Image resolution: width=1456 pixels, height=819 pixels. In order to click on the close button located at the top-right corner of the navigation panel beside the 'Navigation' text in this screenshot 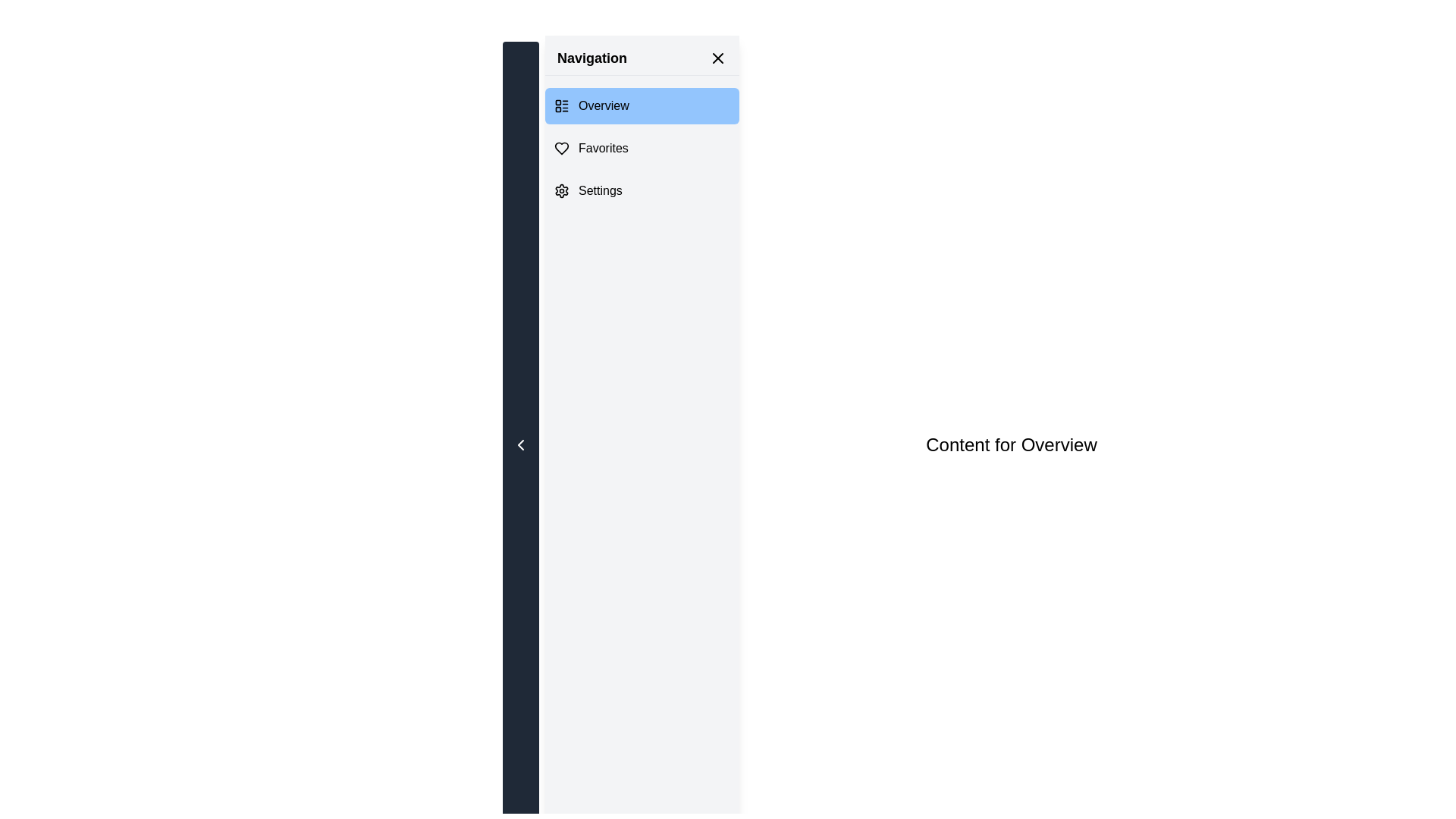, I will do `click(717, 58)`.